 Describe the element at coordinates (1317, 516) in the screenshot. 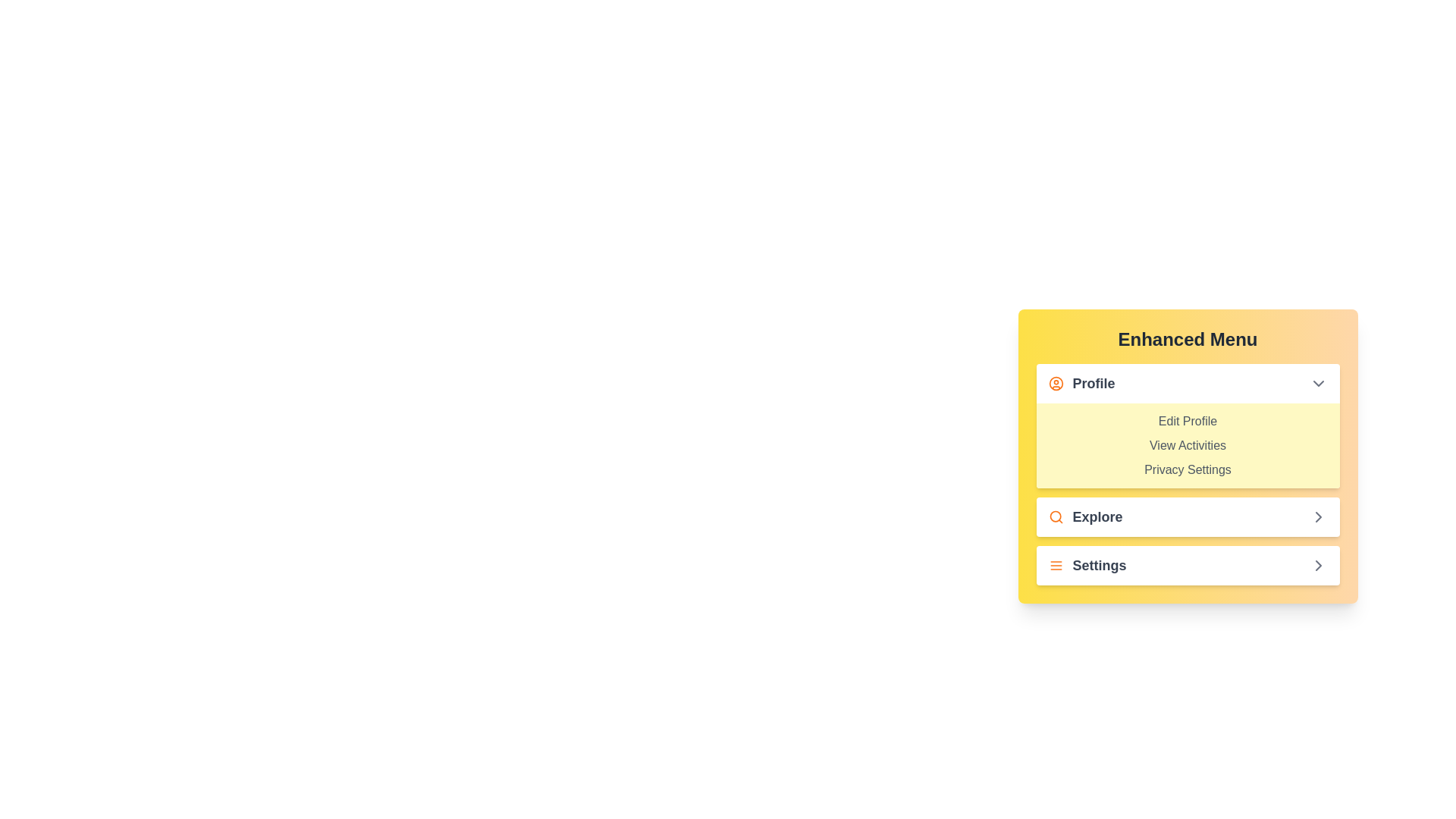

I see `the right-pointing chevron icon located at the bottom of the 'Enhanced Menu' in the 'Settings' section` at that location.